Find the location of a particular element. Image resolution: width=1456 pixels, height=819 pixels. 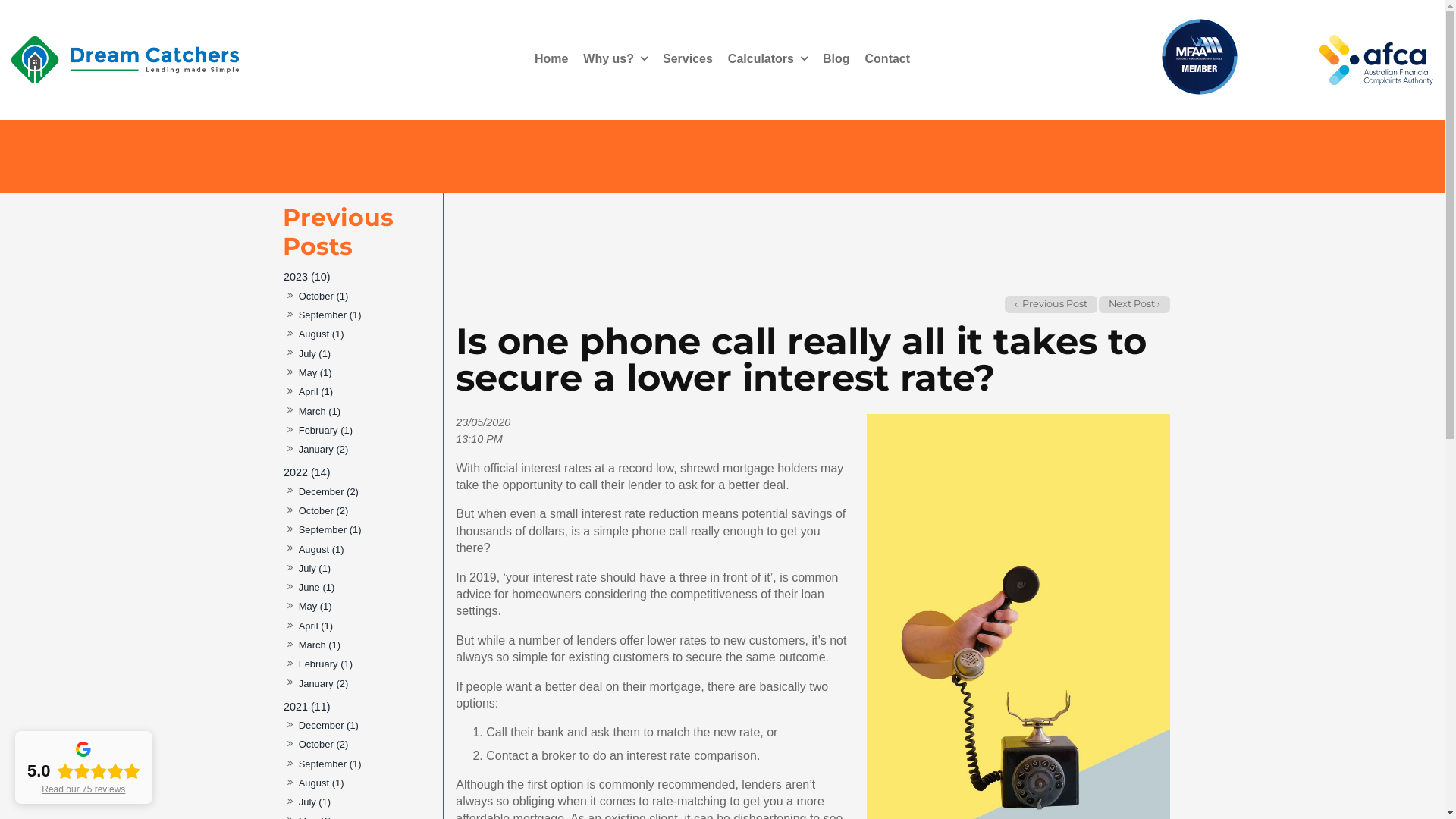

'May (1)' is located at coordinates (313, 373).